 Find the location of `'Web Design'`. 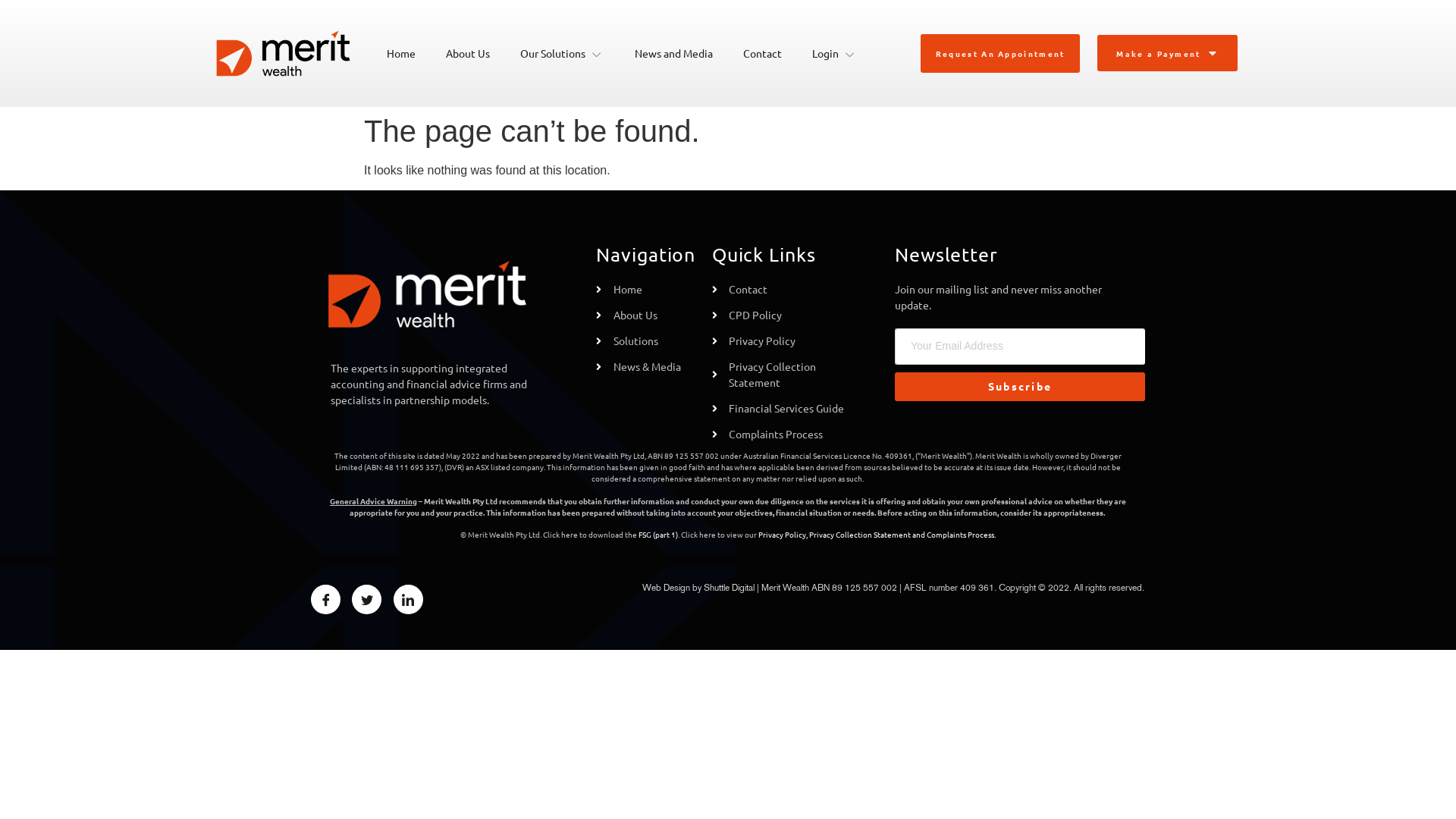

'Web Design' is located at coordinates (666, 586).